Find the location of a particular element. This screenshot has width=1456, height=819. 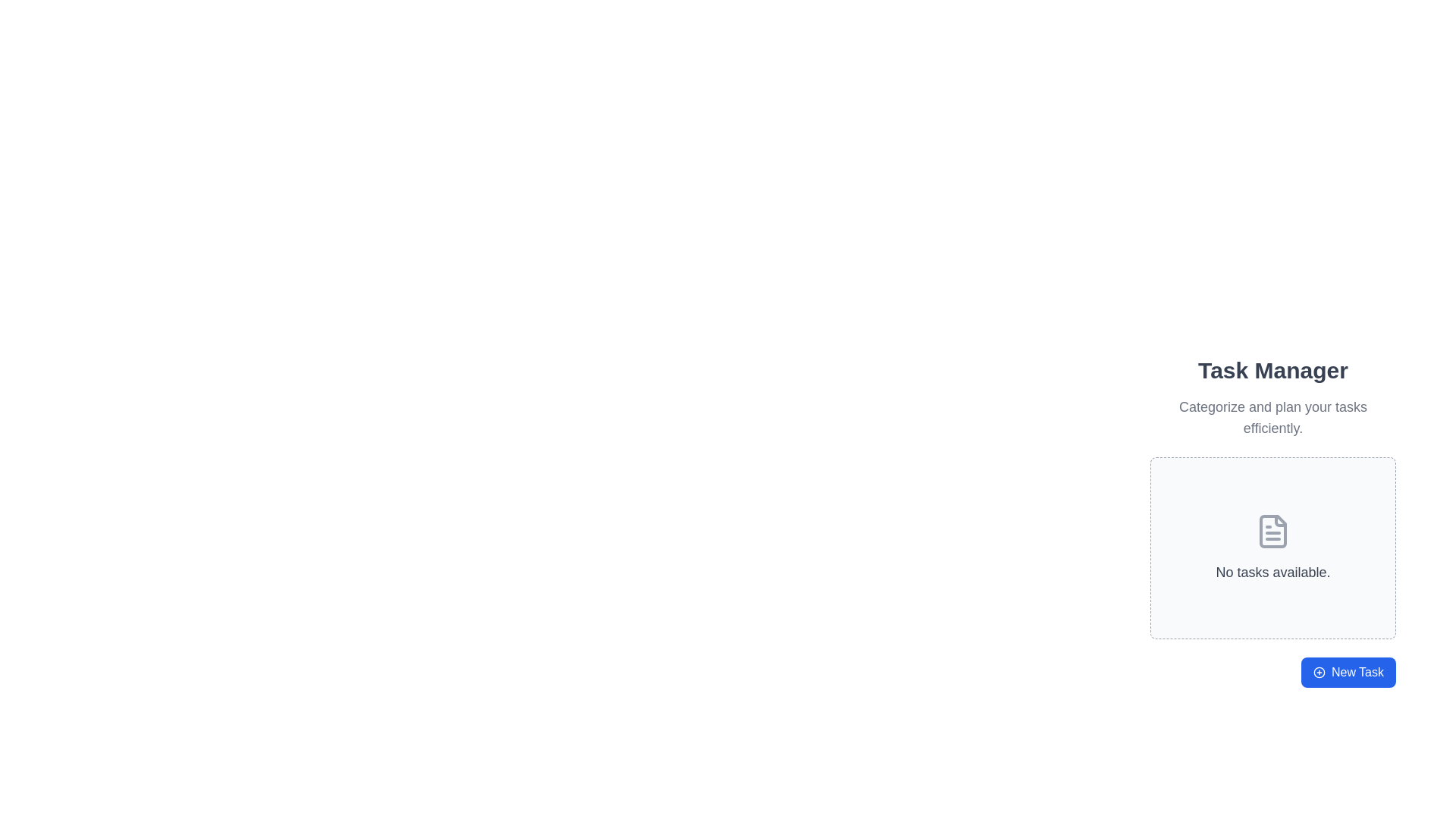

the Label with Icon that indicates there are currently no tasks is located at coordinates (1273, 548).